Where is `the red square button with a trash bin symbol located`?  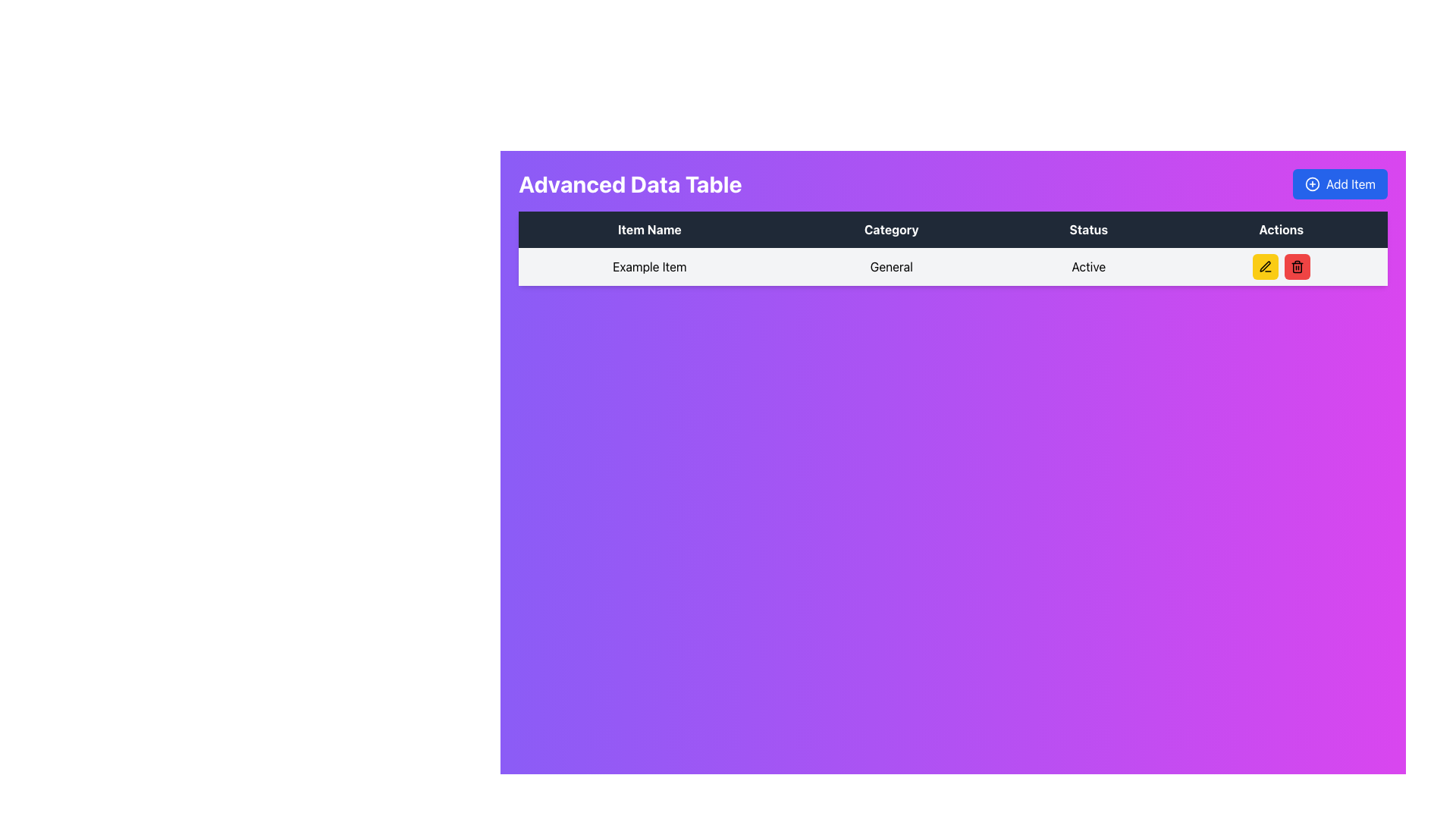 the red square button with a trash bin symbol located is located at coordinates (1296, 265).